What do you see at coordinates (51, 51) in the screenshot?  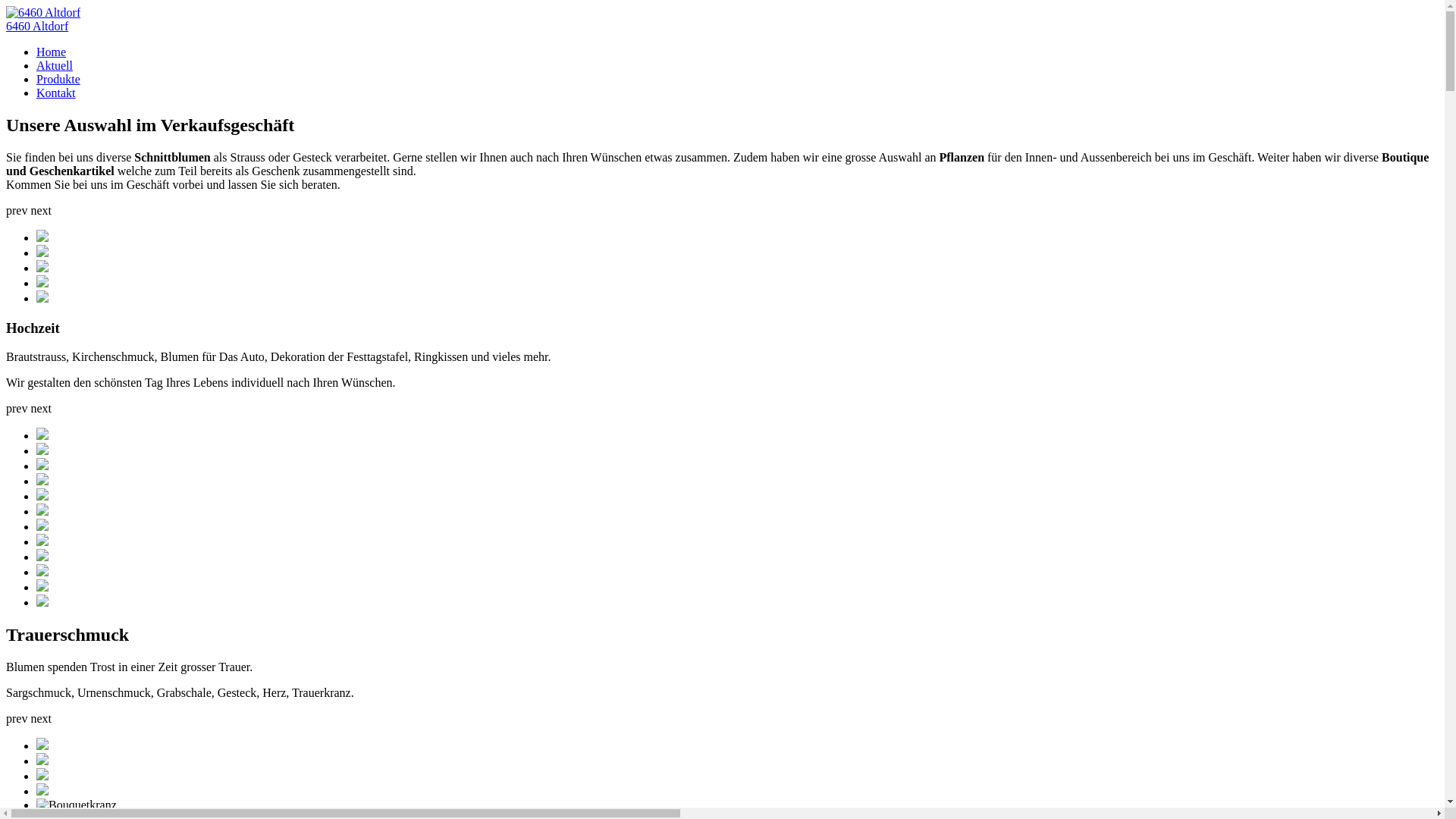 I see `'Home'` at bounding box center [51, 51].